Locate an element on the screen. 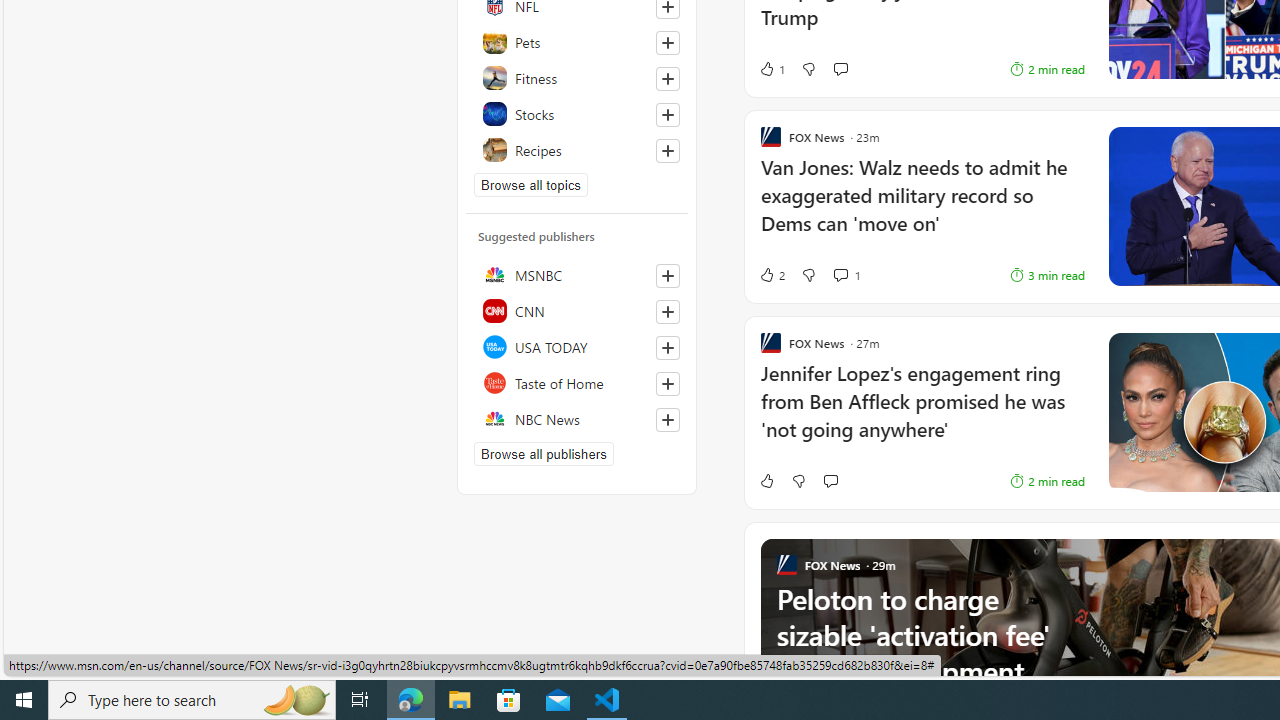 Image resolution: width=1280 pixels, height=720 pixels. 'Stocks' is located at coordinates (576, 114).